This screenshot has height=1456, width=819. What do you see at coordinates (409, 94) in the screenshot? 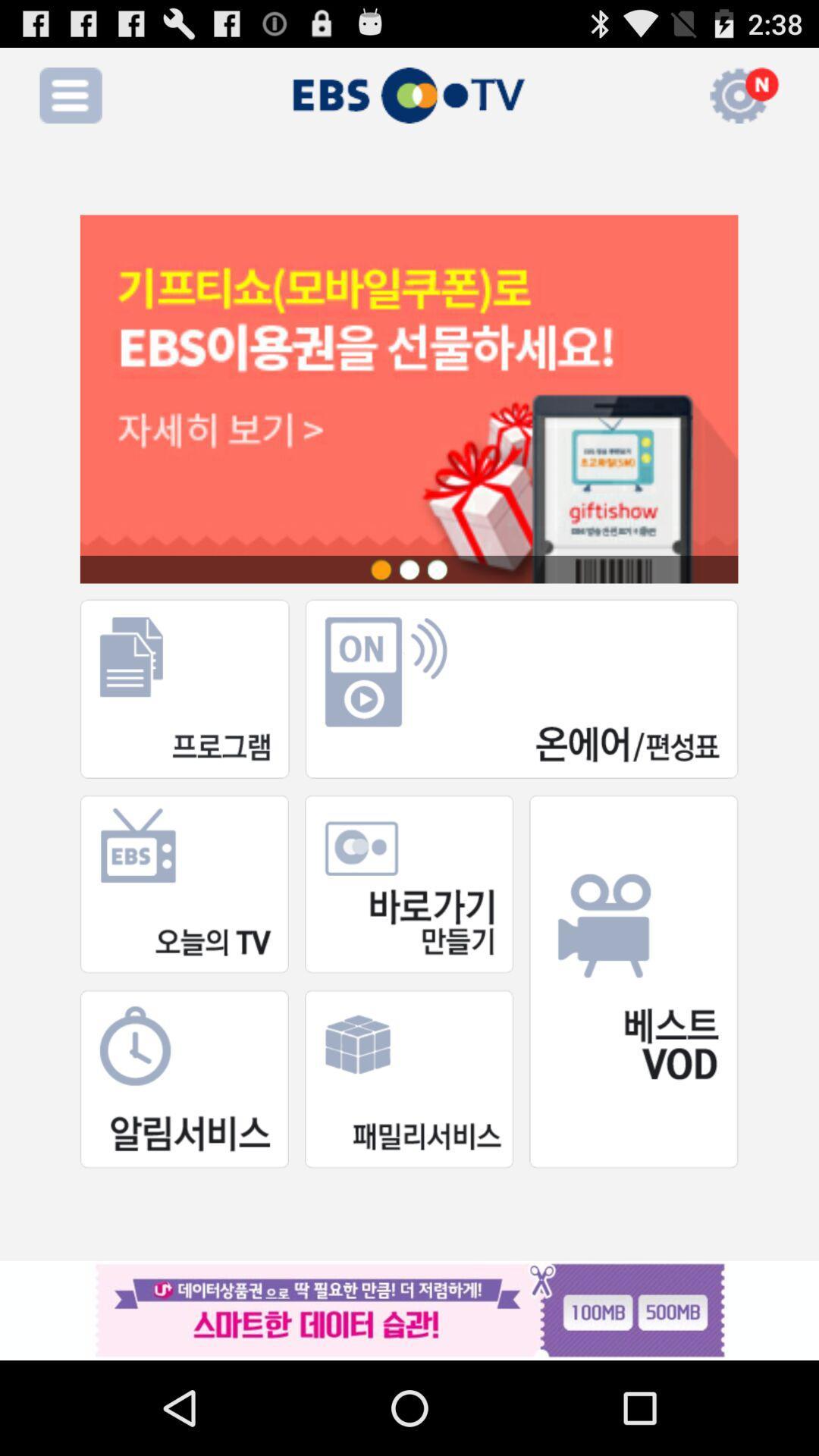
I see `the text which is right to the menu icon` at bounding box center [409, 94].